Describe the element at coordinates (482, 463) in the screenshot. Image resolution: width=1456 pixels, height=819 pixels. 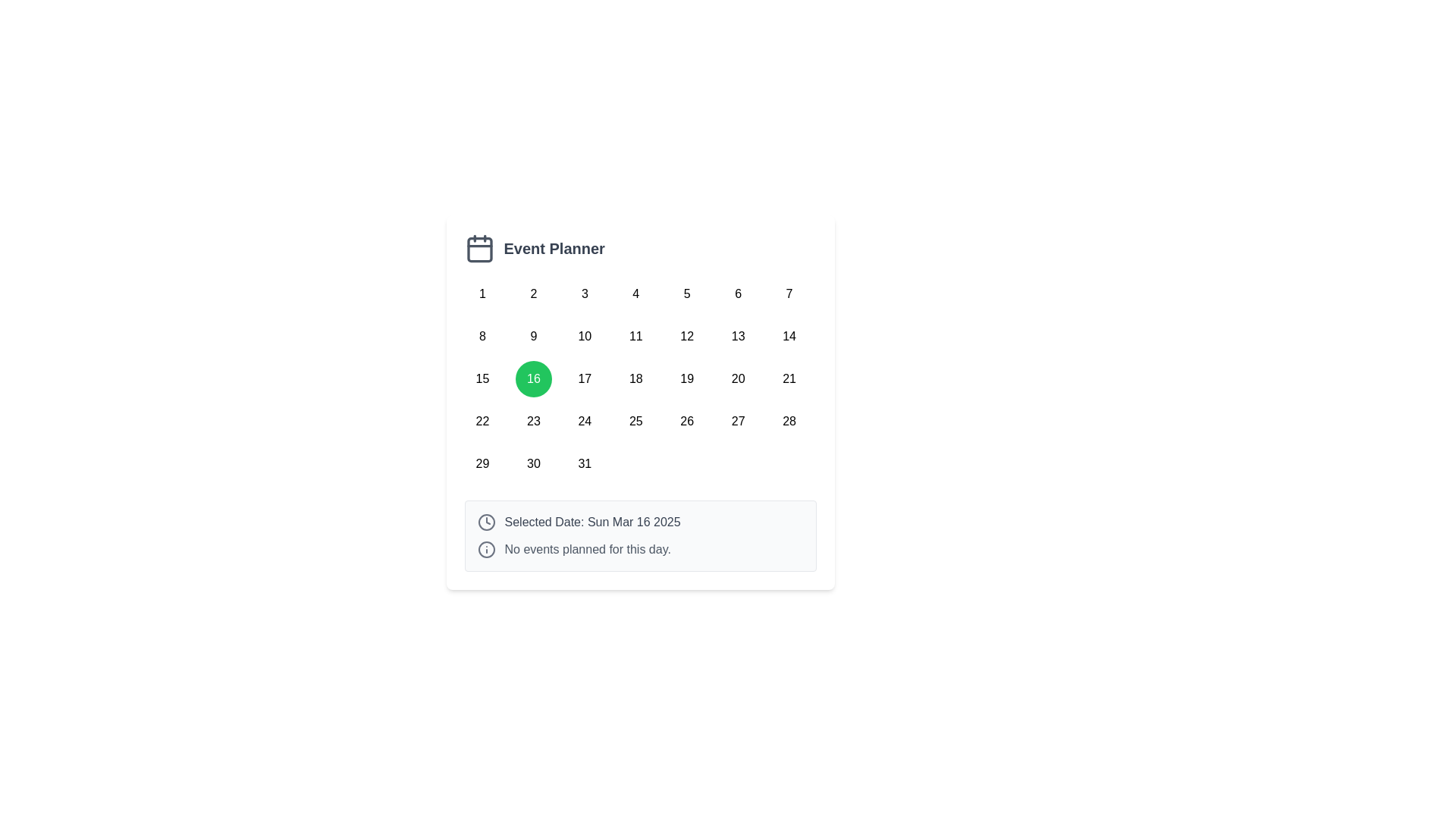
I see `the circular button containing the number '29' with a white background` at that location.